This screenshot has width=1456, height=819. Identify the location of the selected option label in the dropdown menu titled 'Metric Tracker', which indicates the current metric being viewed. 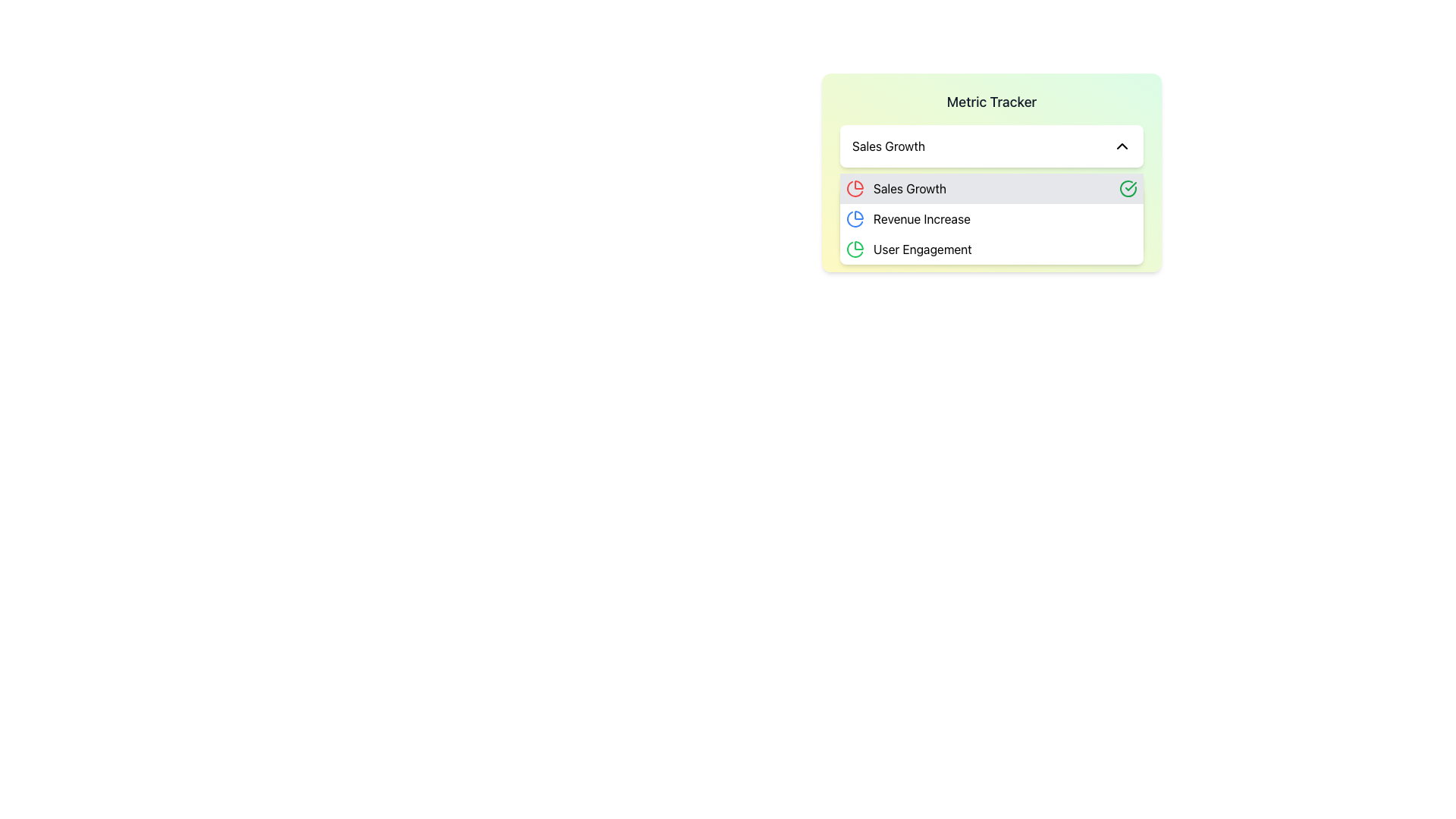
(888, 146).